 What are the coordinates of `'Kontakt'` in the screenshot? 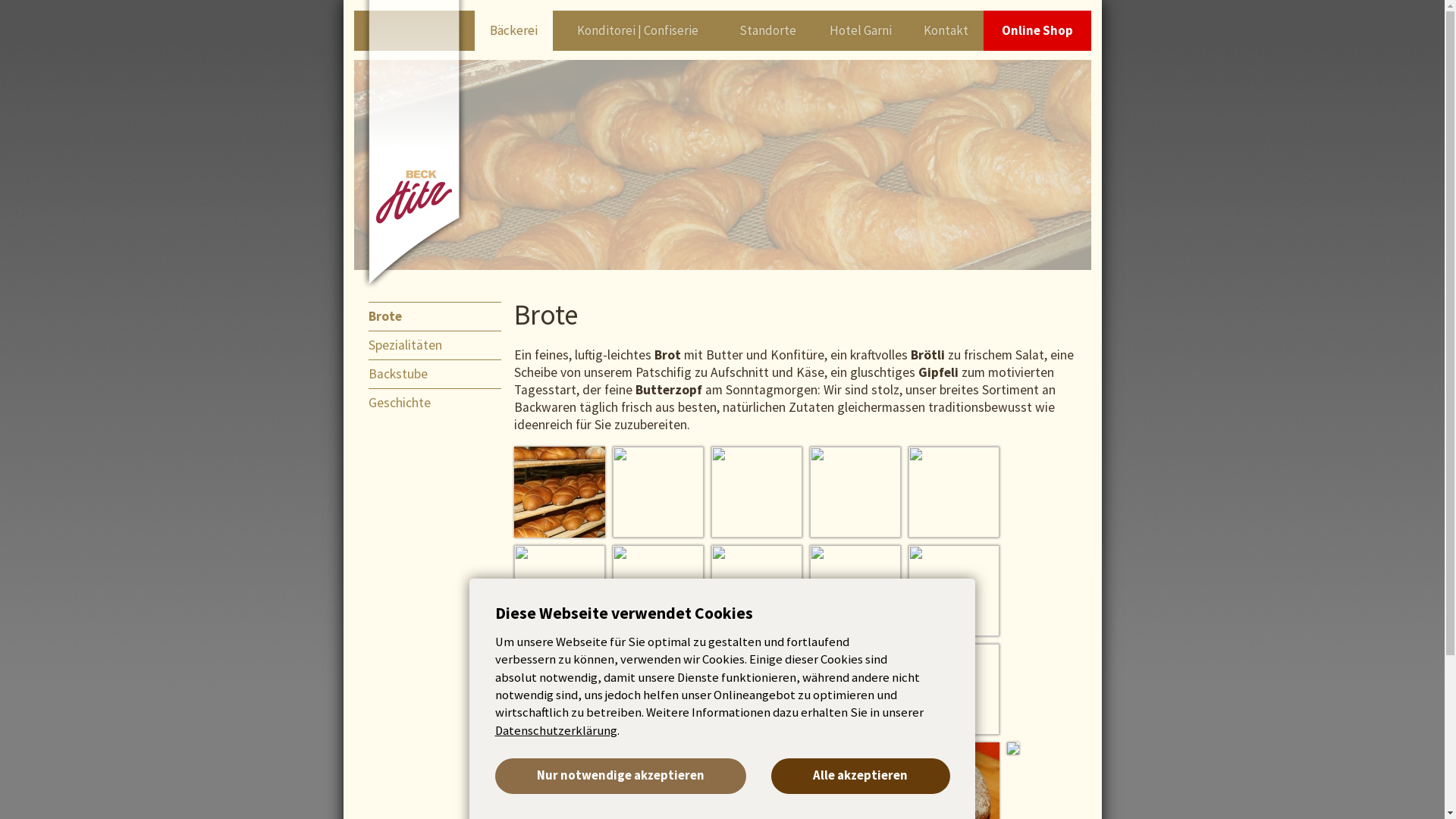 It's located at (908, 30).